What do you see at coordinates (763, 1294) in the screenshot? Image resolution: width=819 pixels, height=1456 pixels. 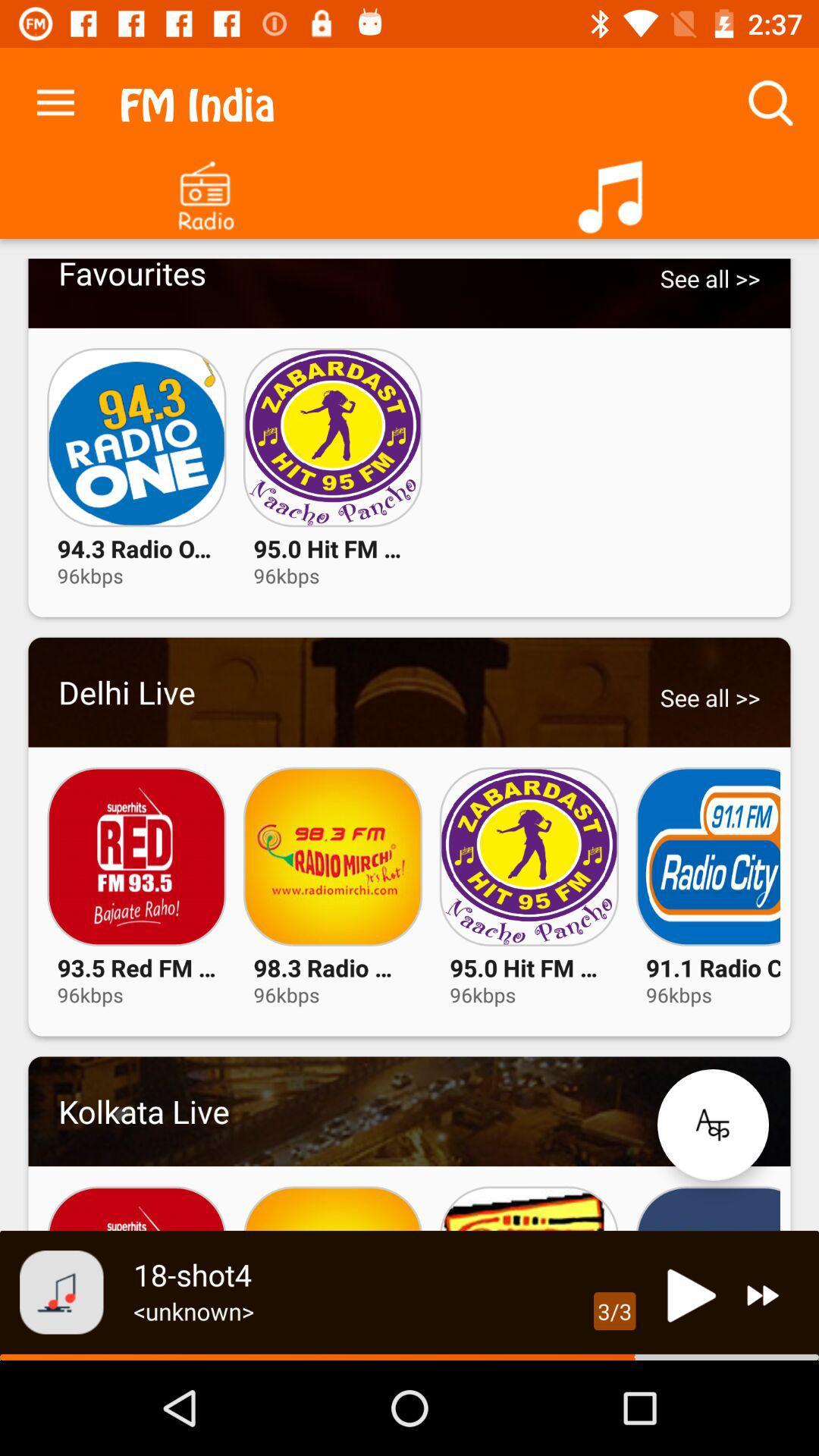 I see `the av_forward icon` at bounding box center [763, 1294].